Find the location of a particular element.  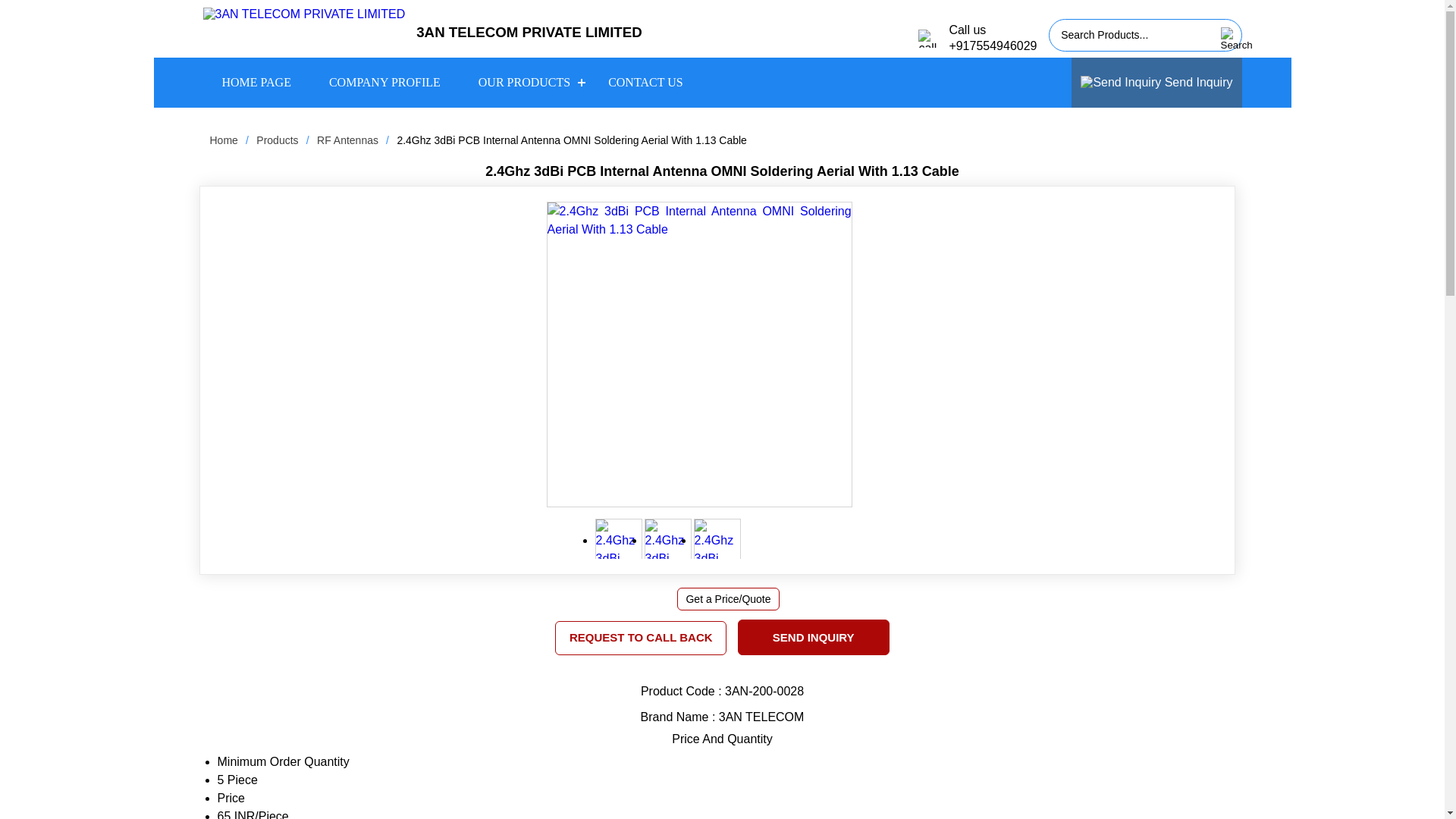

'Get a Price/Quote' is located at coordinates (728, 598).